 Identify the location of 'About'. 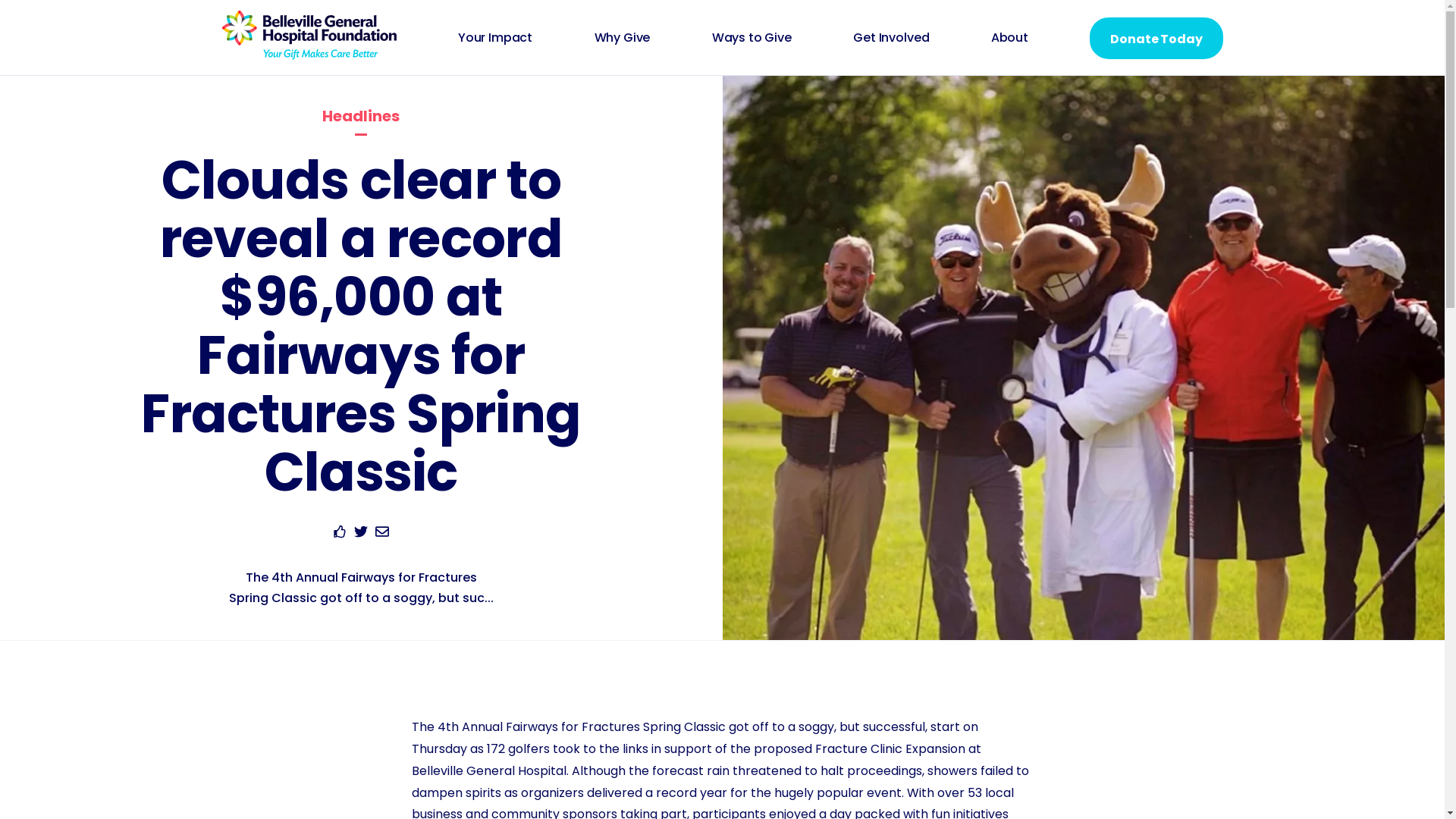
(1009, 36).